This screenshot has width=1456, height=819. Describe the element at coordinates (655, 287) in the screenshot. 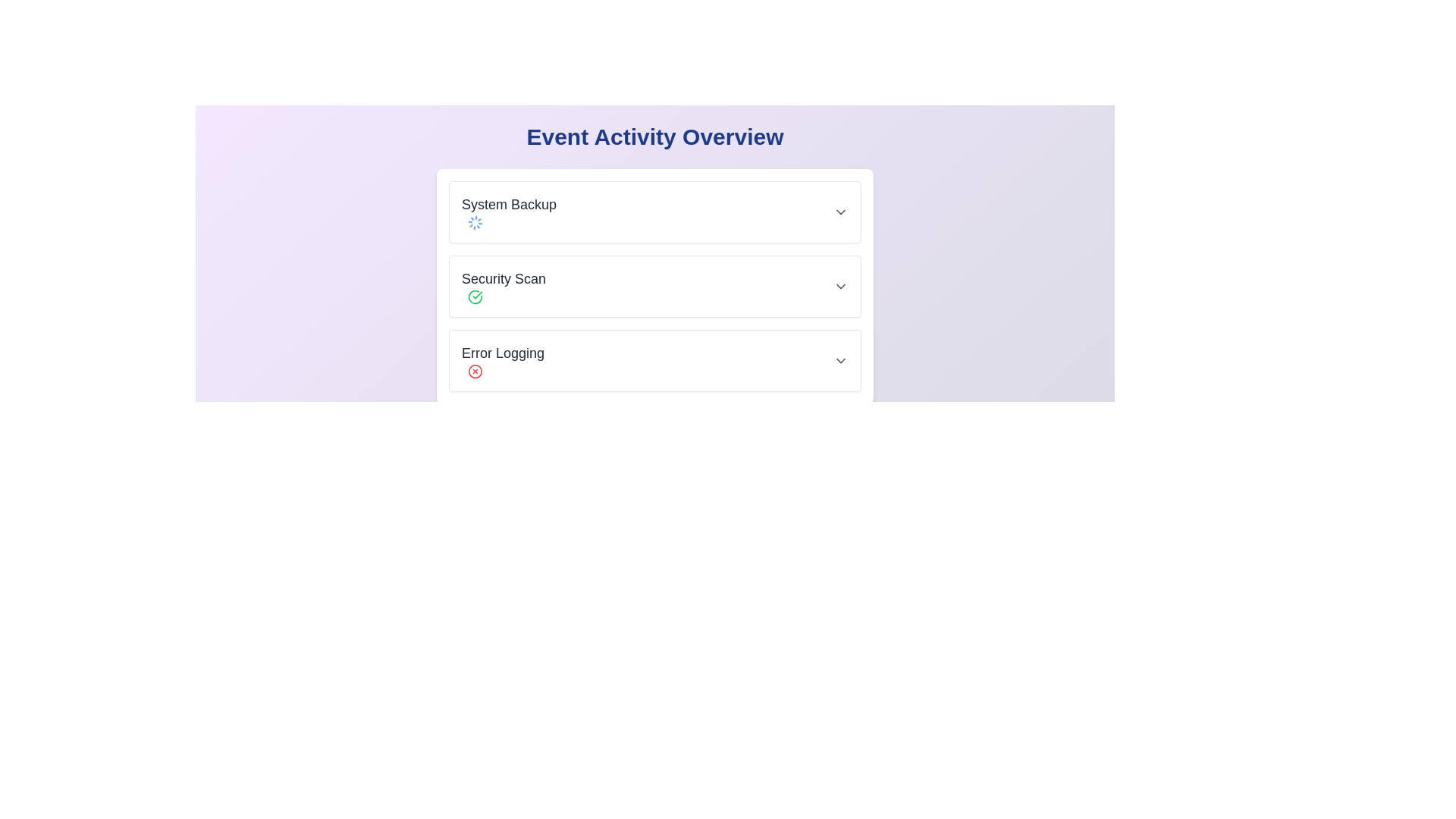

I see `information displayed in the second section of the informational area related to the 'Security Scan' feature, which is located between the 'System Backup' and 'Error Logging' sections` at that location.